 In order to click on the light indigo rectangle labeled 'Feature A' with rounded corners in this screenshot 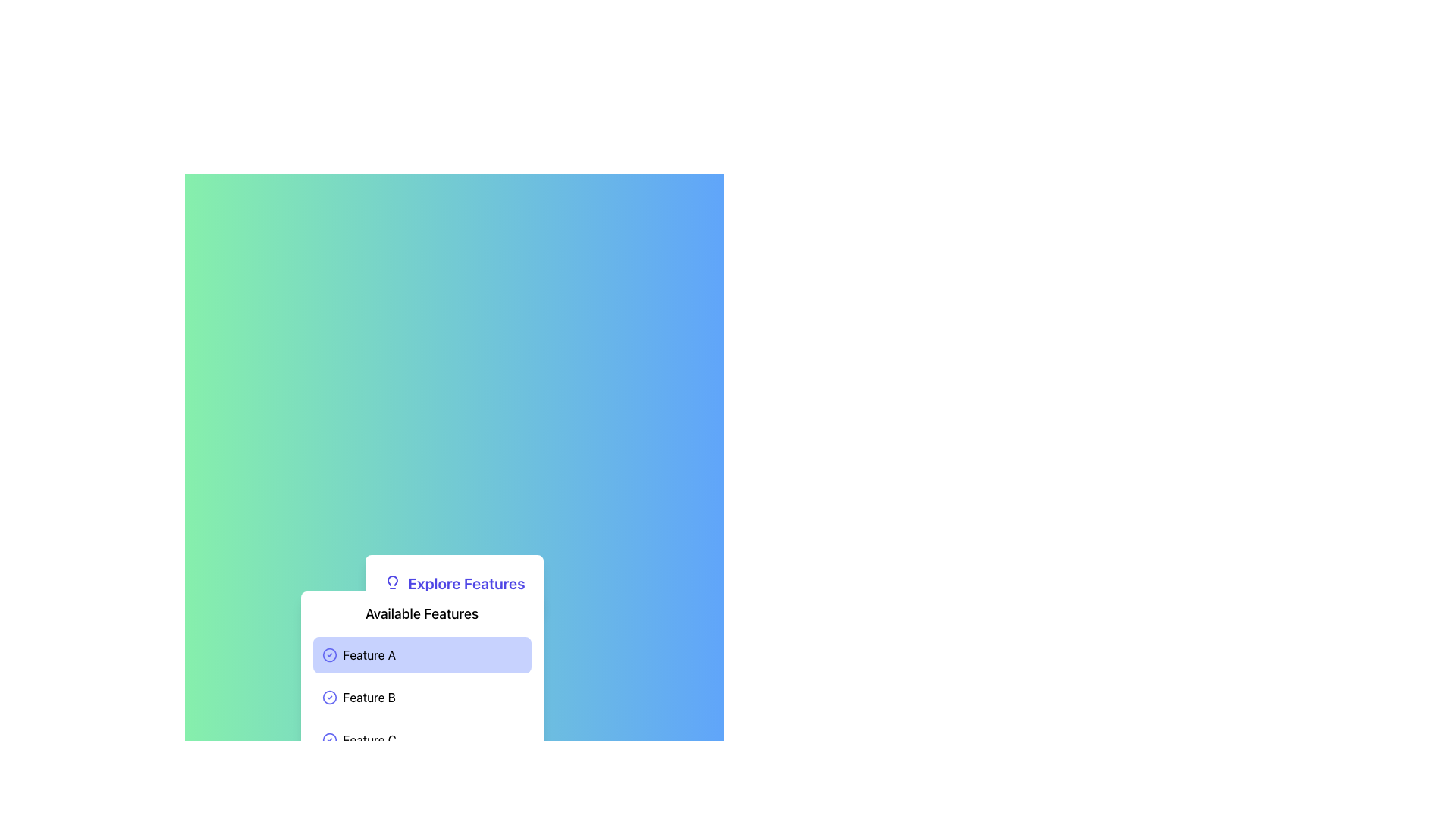, I will do `click(422, 654)`.